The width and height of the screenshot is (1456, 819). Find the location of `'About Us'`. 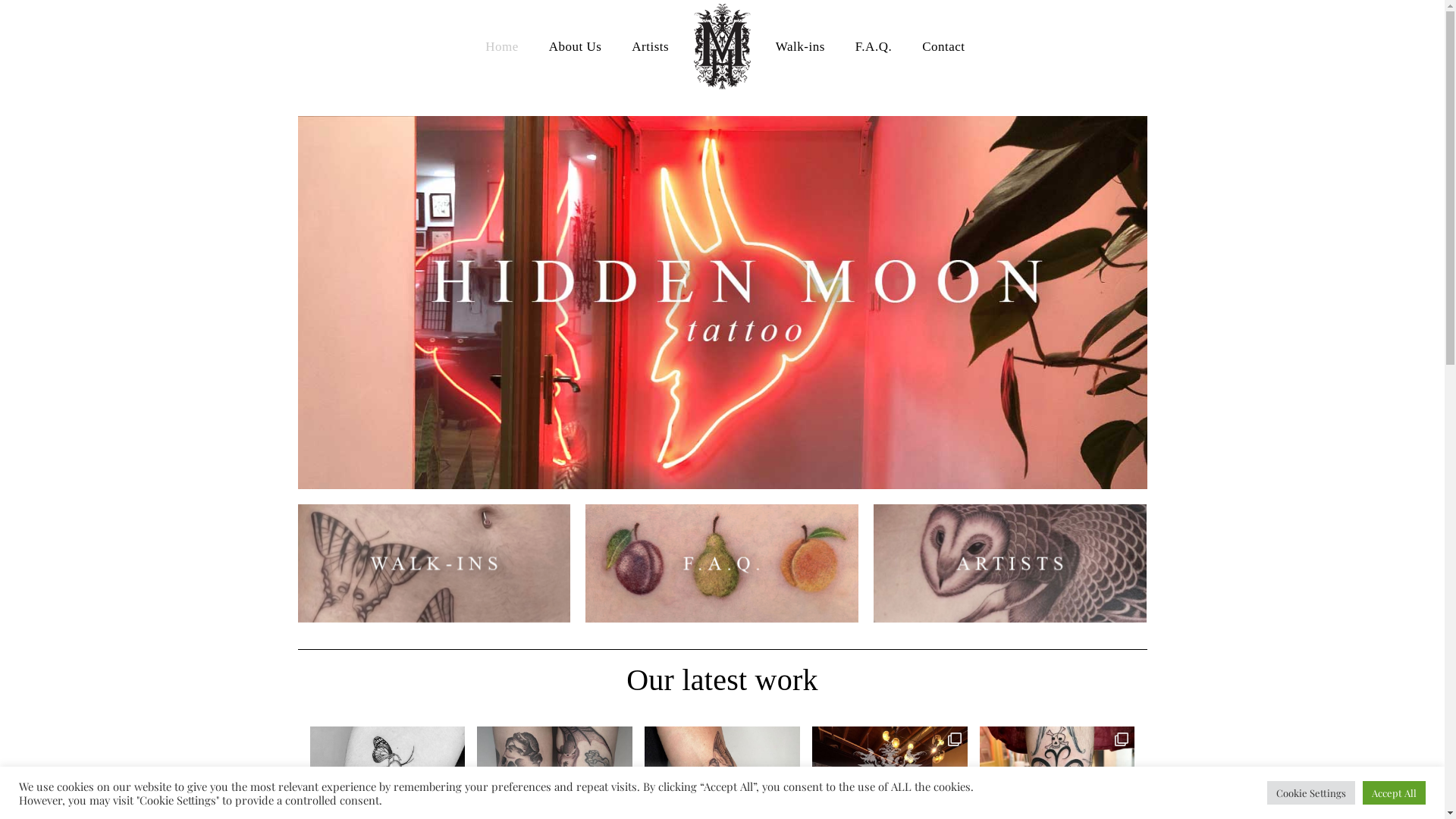

'About Us' is located at coordinates (534, 45).